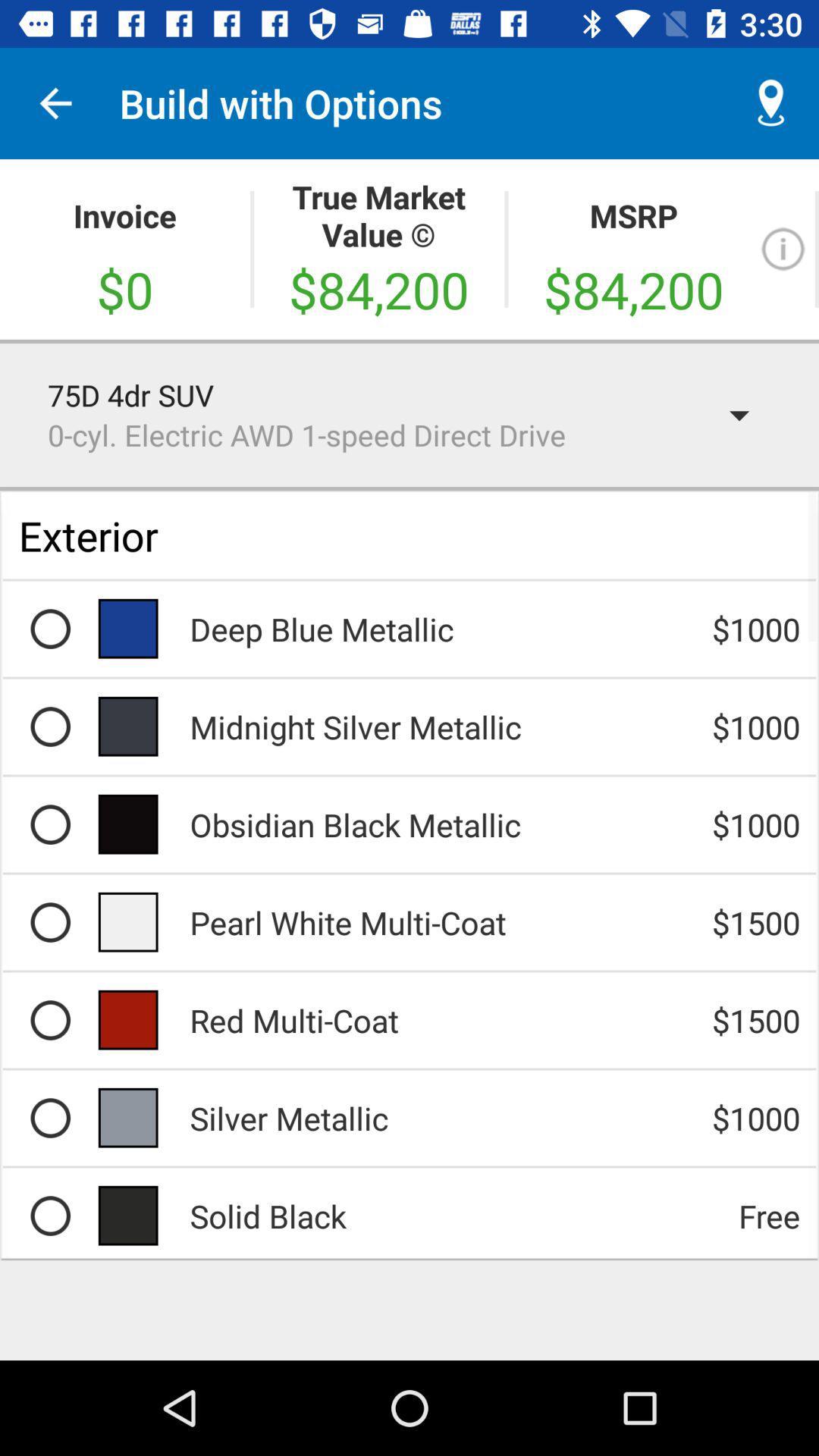 The width and height of the screenshot is (819, 1456). I want to click on show pricing information, so click(783, 249).